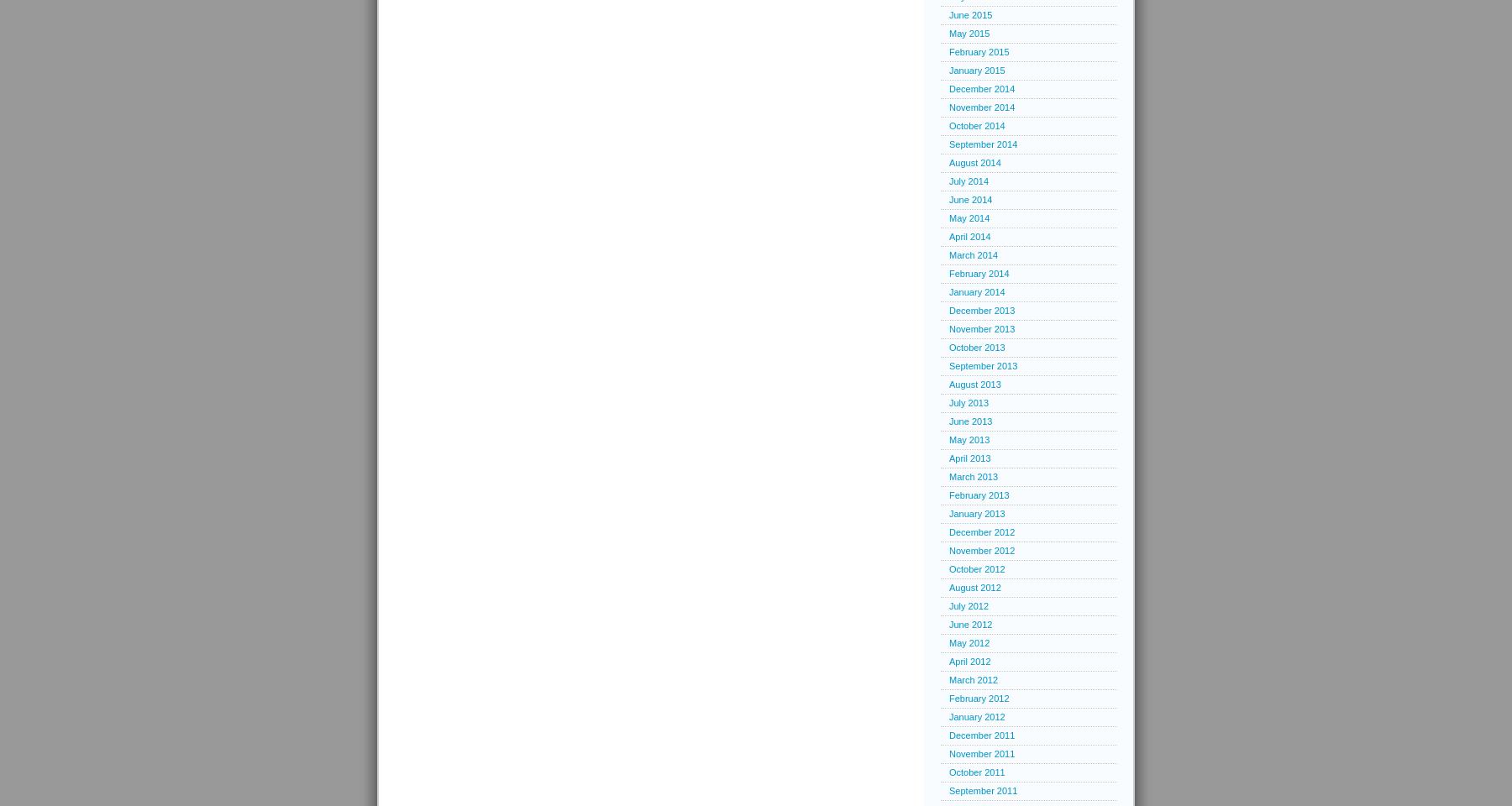  What do you see at coordinates (980, 327) in the screenshot?
I see `'November 2013'` at bounding box center [980, 327].